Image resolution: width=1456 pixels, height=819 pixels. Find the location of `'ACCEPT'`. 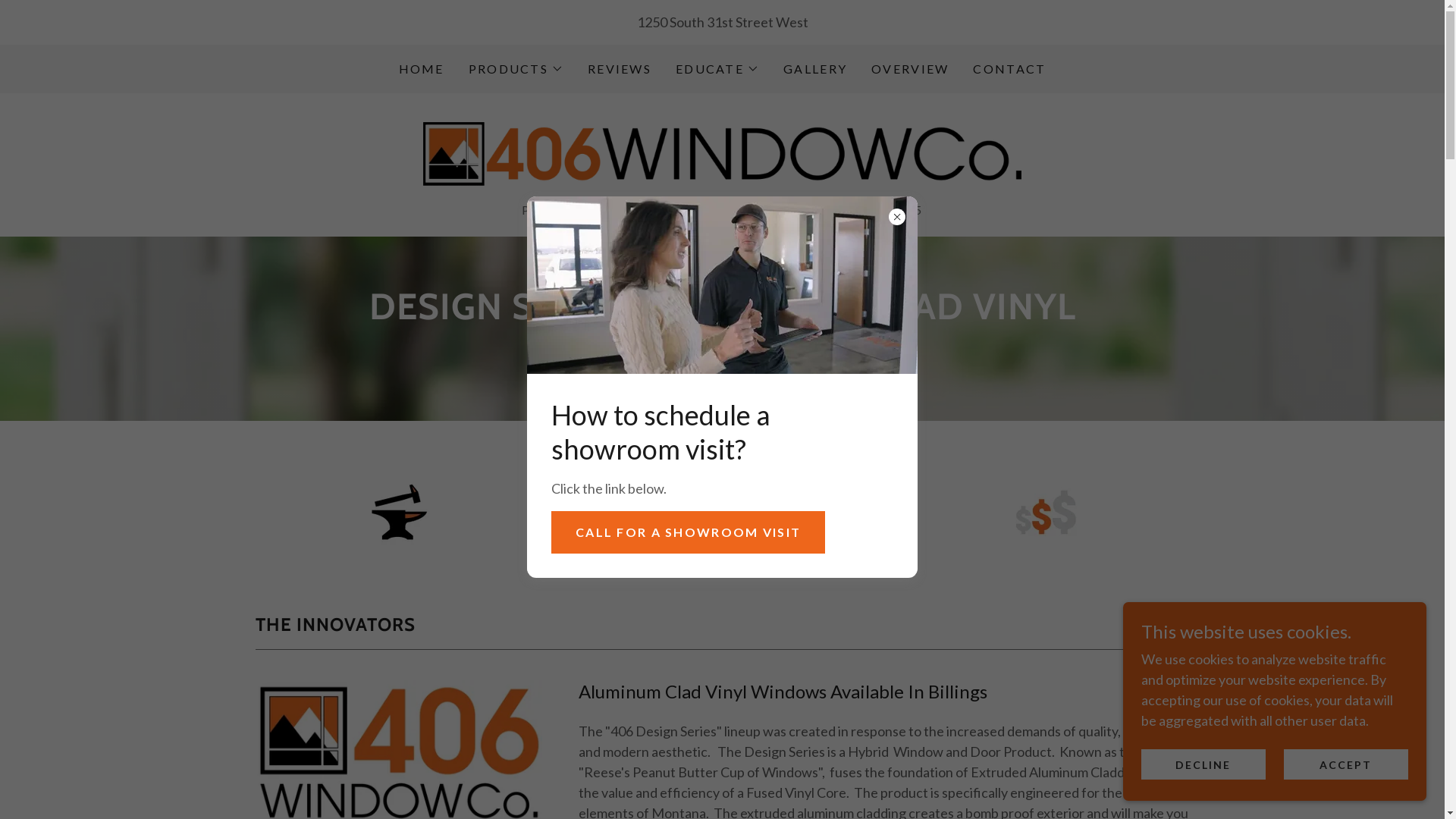

'ACCEPT' is located at coordinates (1346, 764).